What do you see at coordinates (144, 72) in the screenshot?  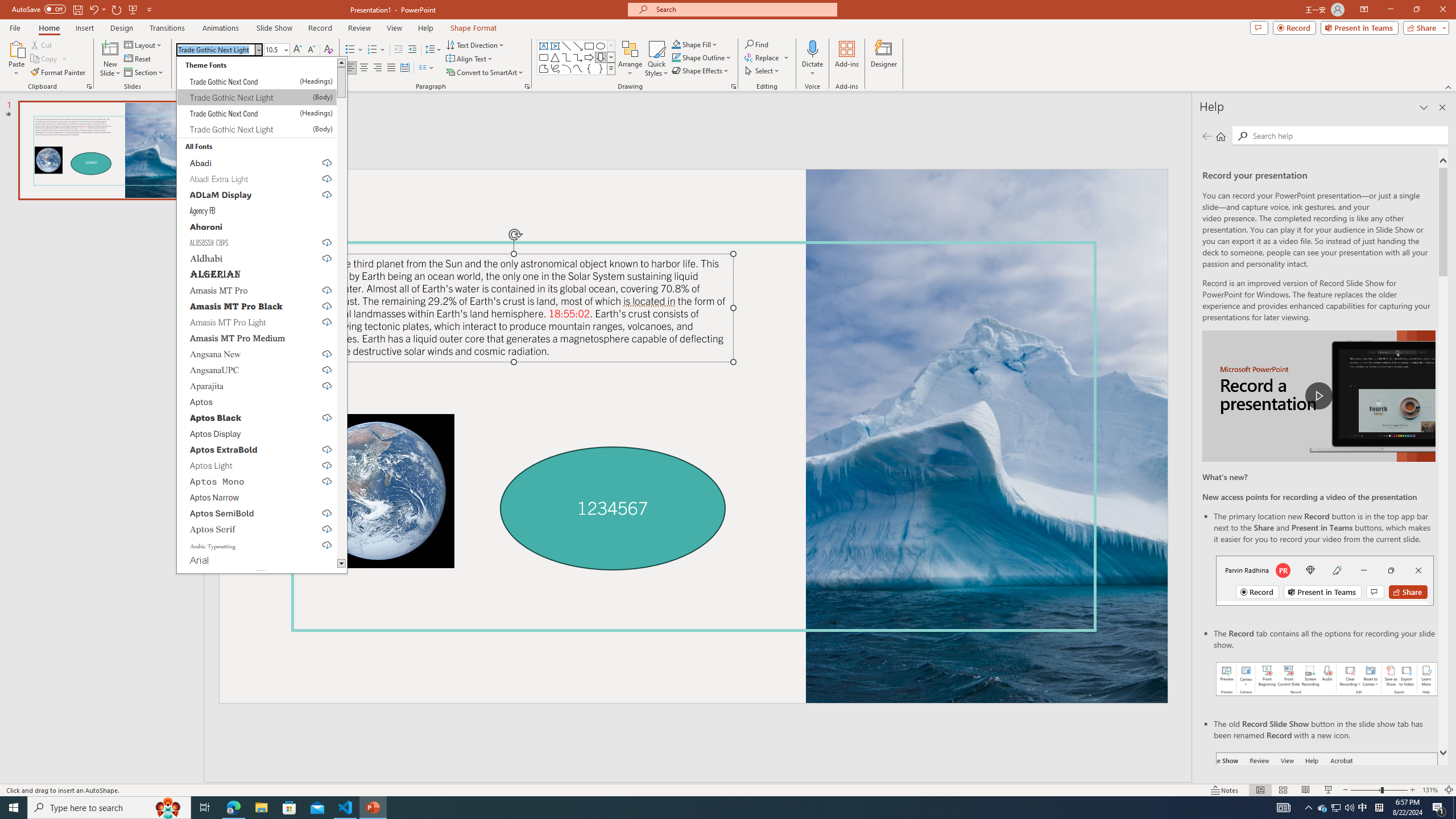 I see `'Section'` at bounding box center [144, 72].